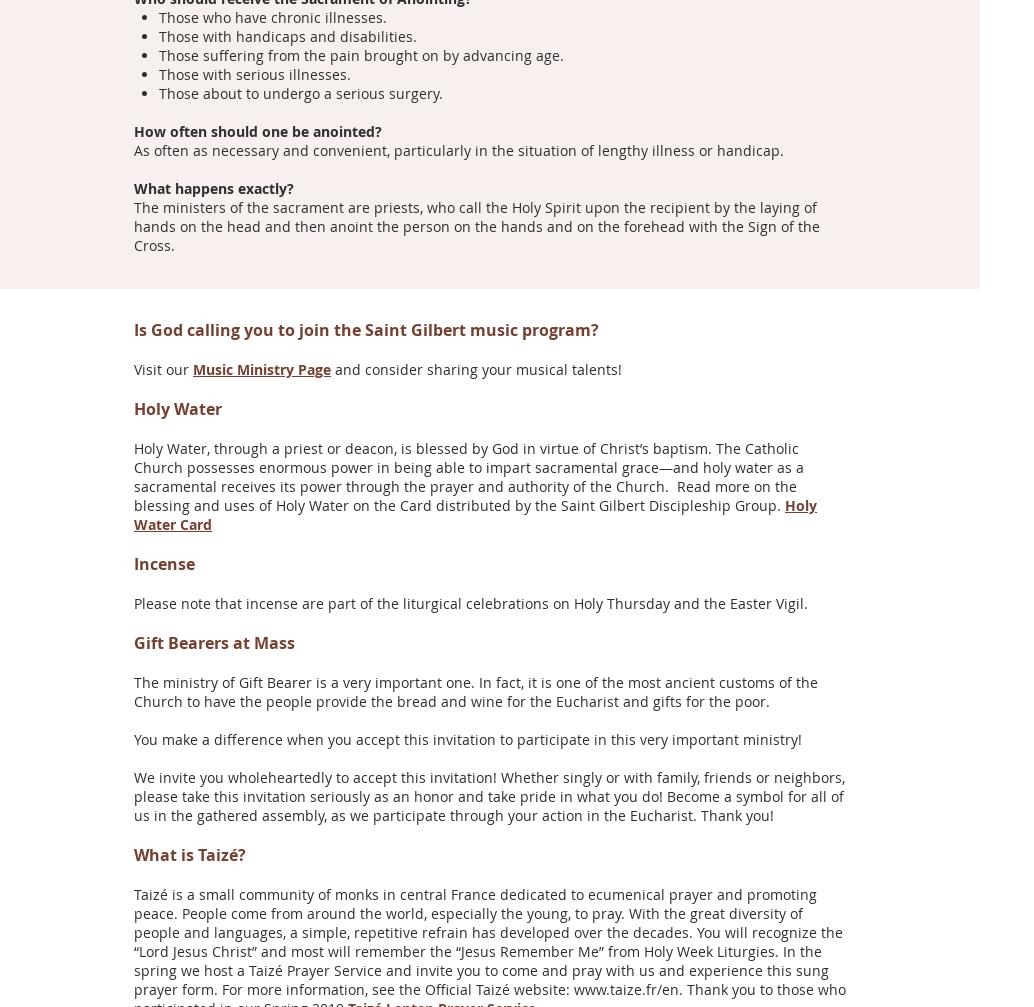  Describe the element at coordinates (180, 408) in the screenshot. I see `'Holy Water'` at that location.